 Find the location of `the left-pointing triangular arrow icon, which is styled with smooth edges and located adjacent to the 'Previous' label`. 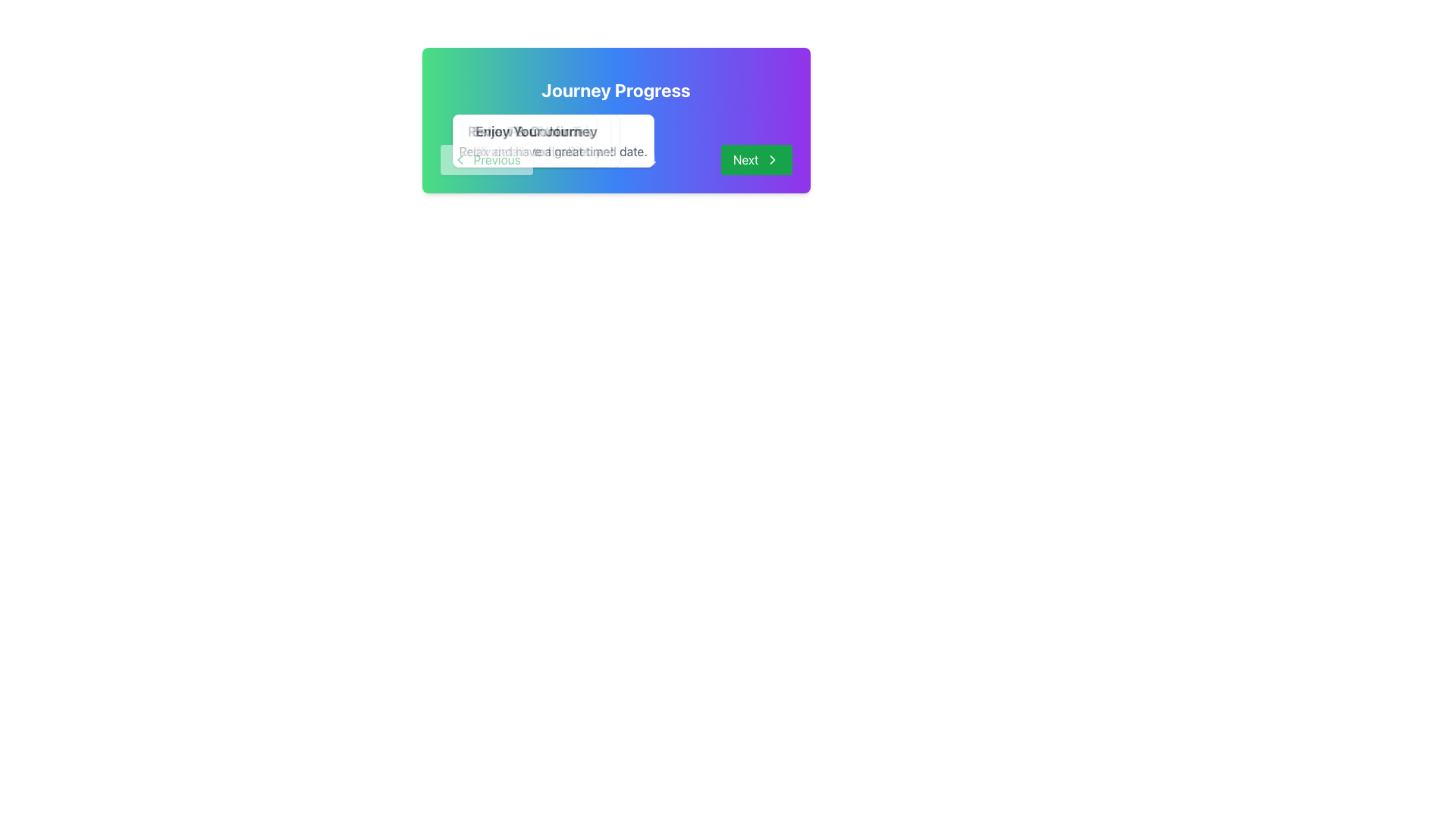

the left-pointing triangular arrow icon, which is styled with smooth edges and located adjacent to the 'Previous' label is located at coordinates (459, 160).